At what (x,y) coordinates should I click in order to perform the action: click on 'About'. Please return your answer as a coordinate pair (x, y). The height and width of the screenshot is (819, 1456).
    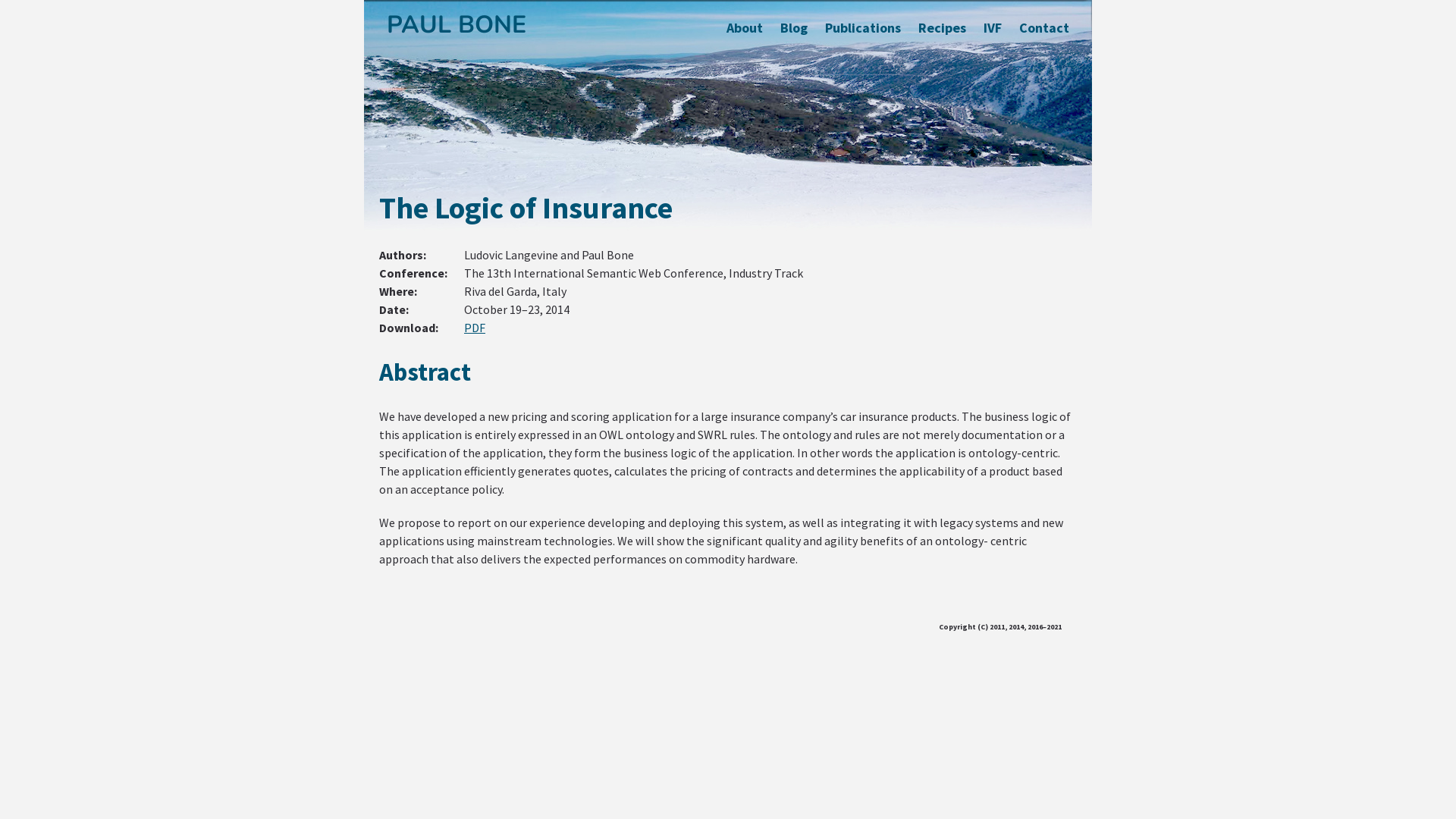
    Looking at the image, I should click on (745, 27).